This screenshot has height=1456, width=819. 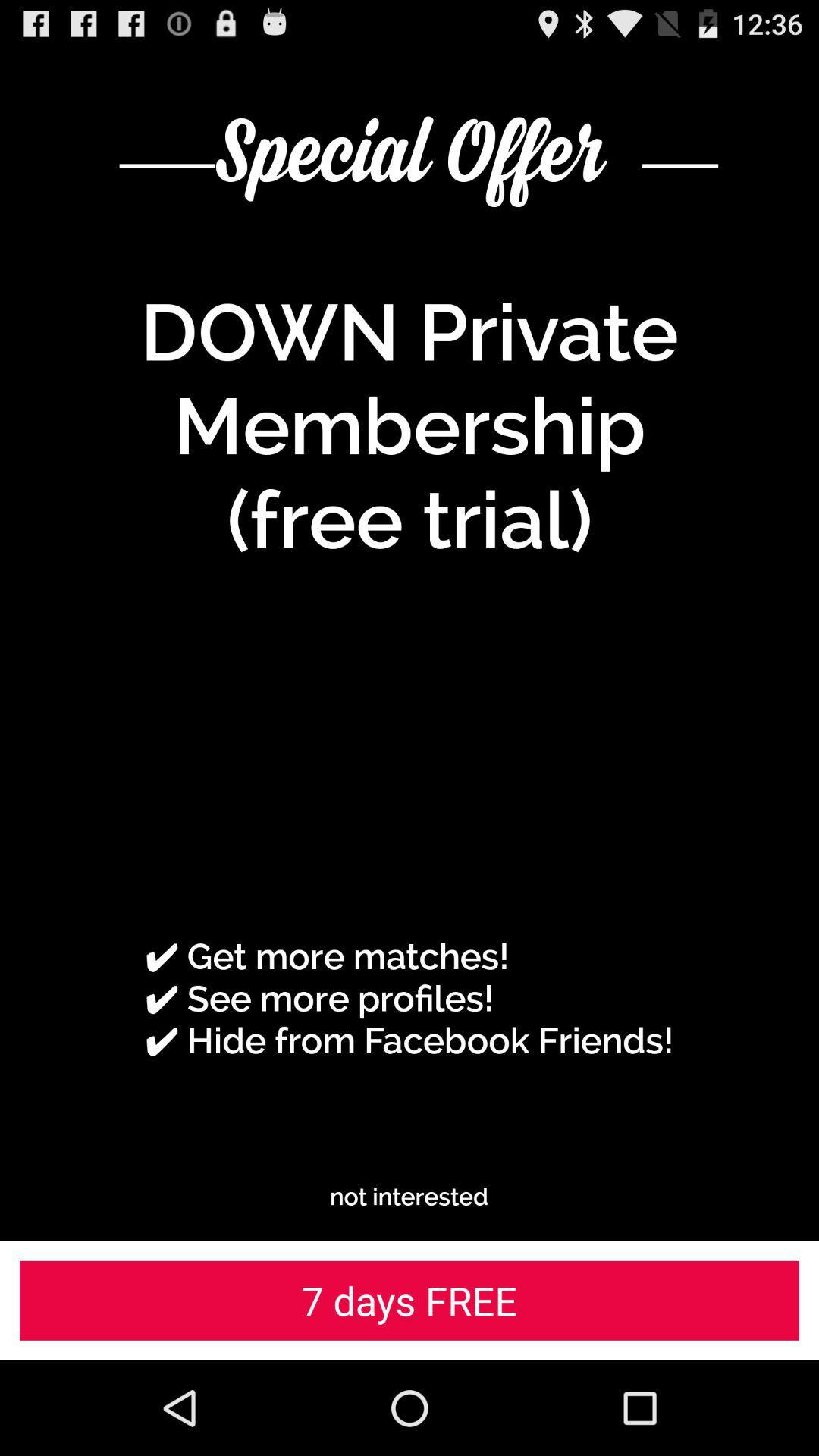 I want to click on icon below get more matches, so click(x=408, y=1196).